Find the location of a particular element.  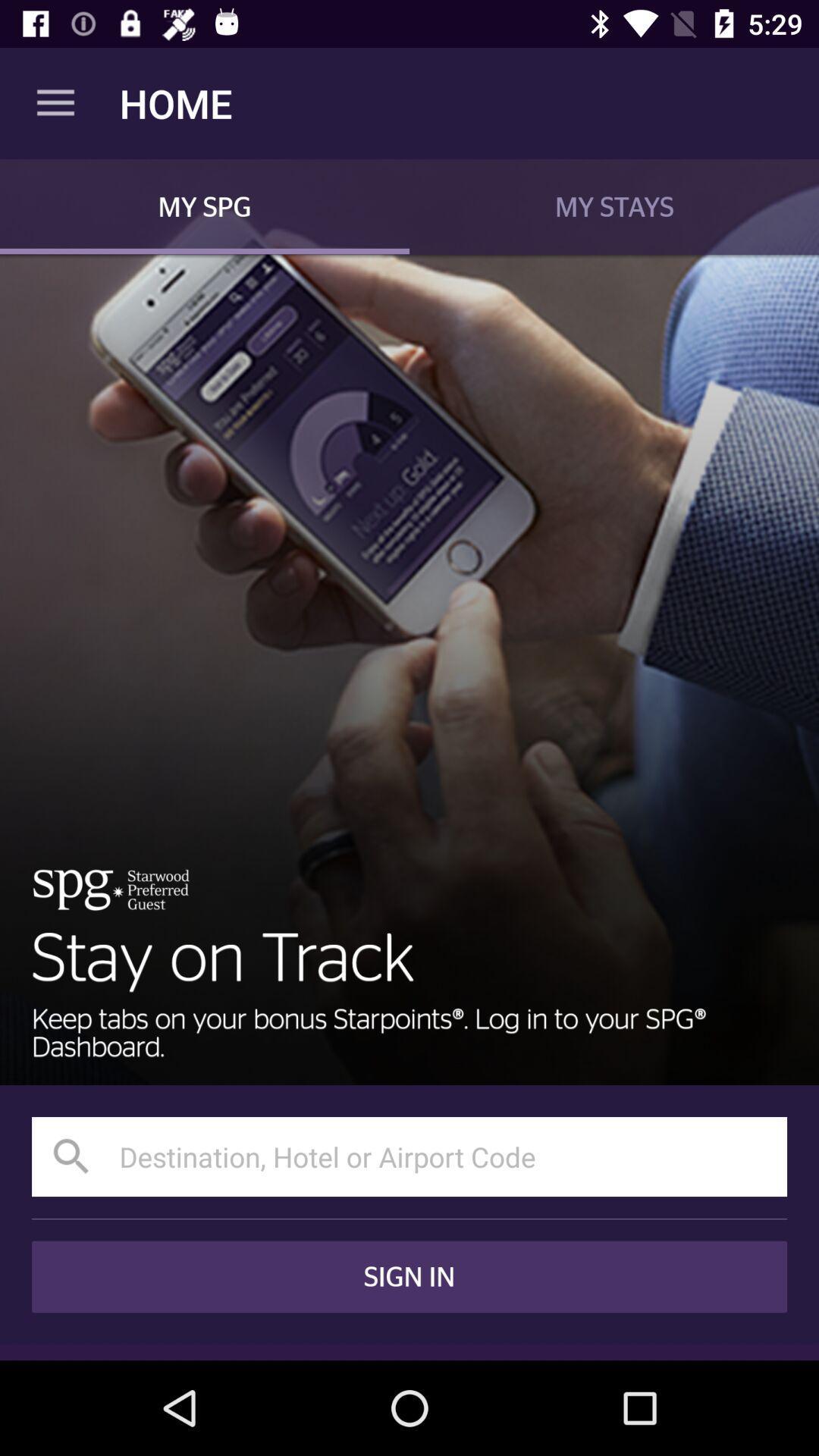

destination hotel or airport code is located at coordinates (409, 1156).